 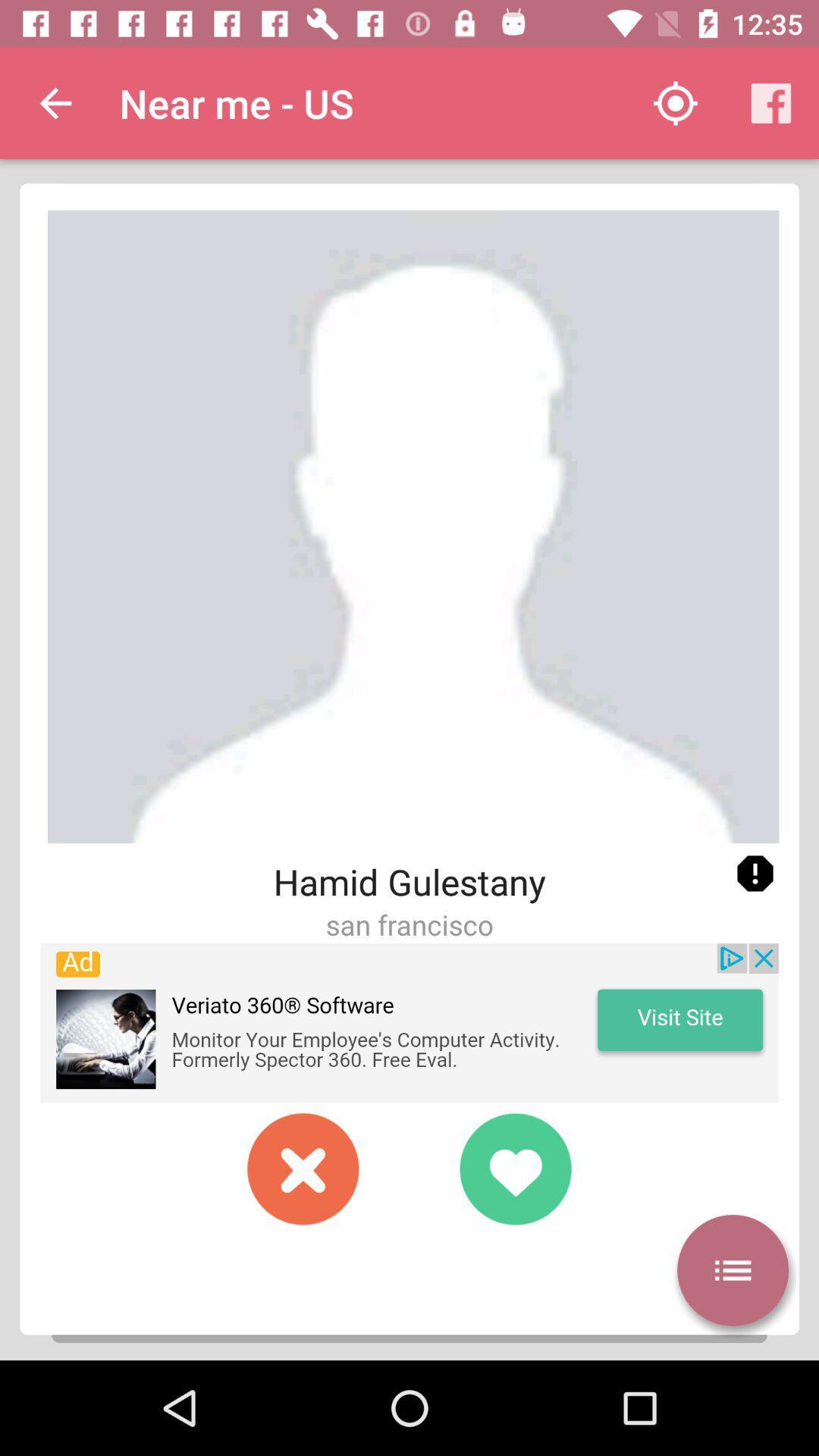 I want to click on likes option, so click(x=514, y=1168).